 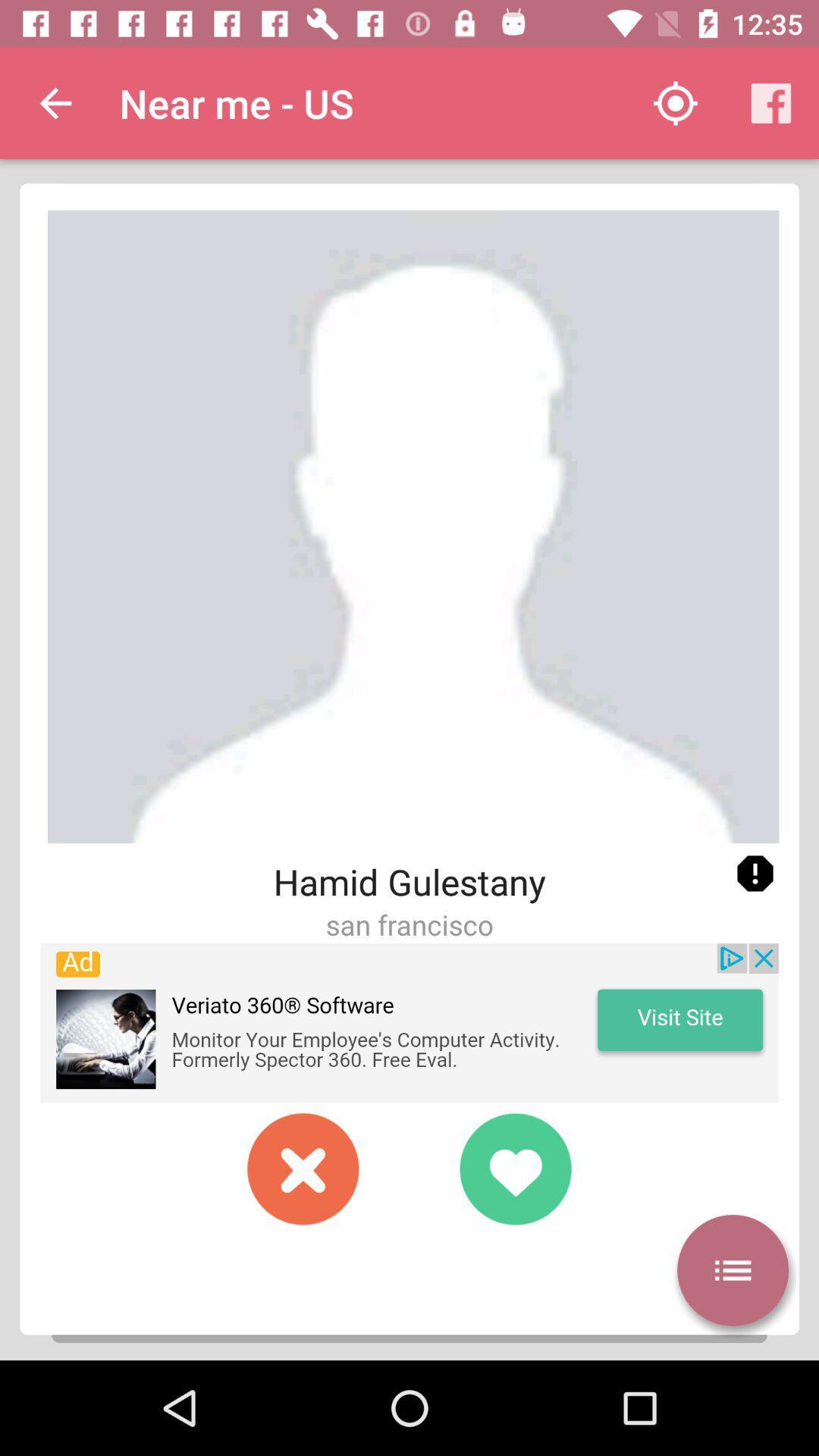 I want to click on likes option, so click(x=514, y=1168).